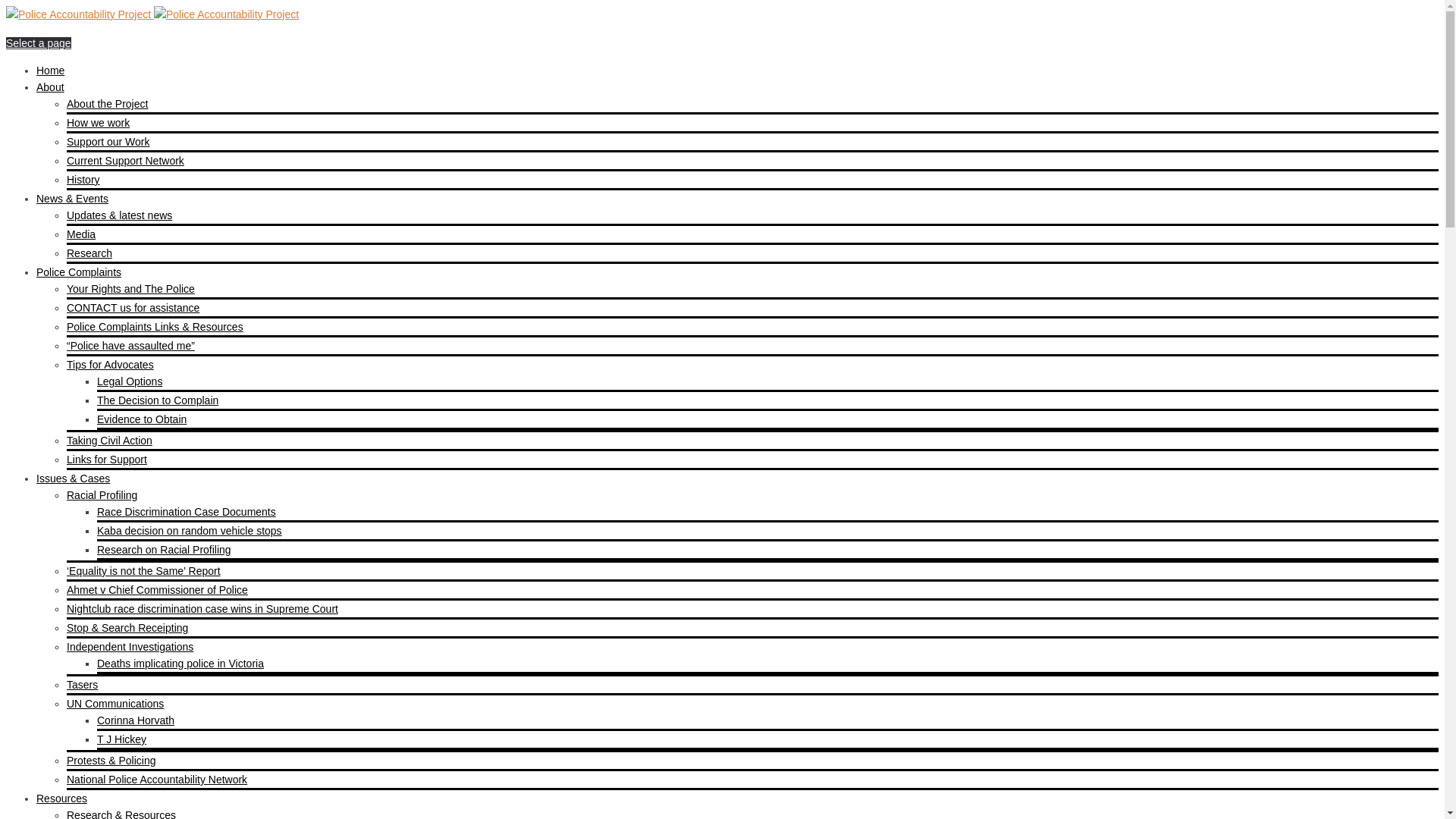  I want to click on 'Your Rights and The Police', so click(130, 289).